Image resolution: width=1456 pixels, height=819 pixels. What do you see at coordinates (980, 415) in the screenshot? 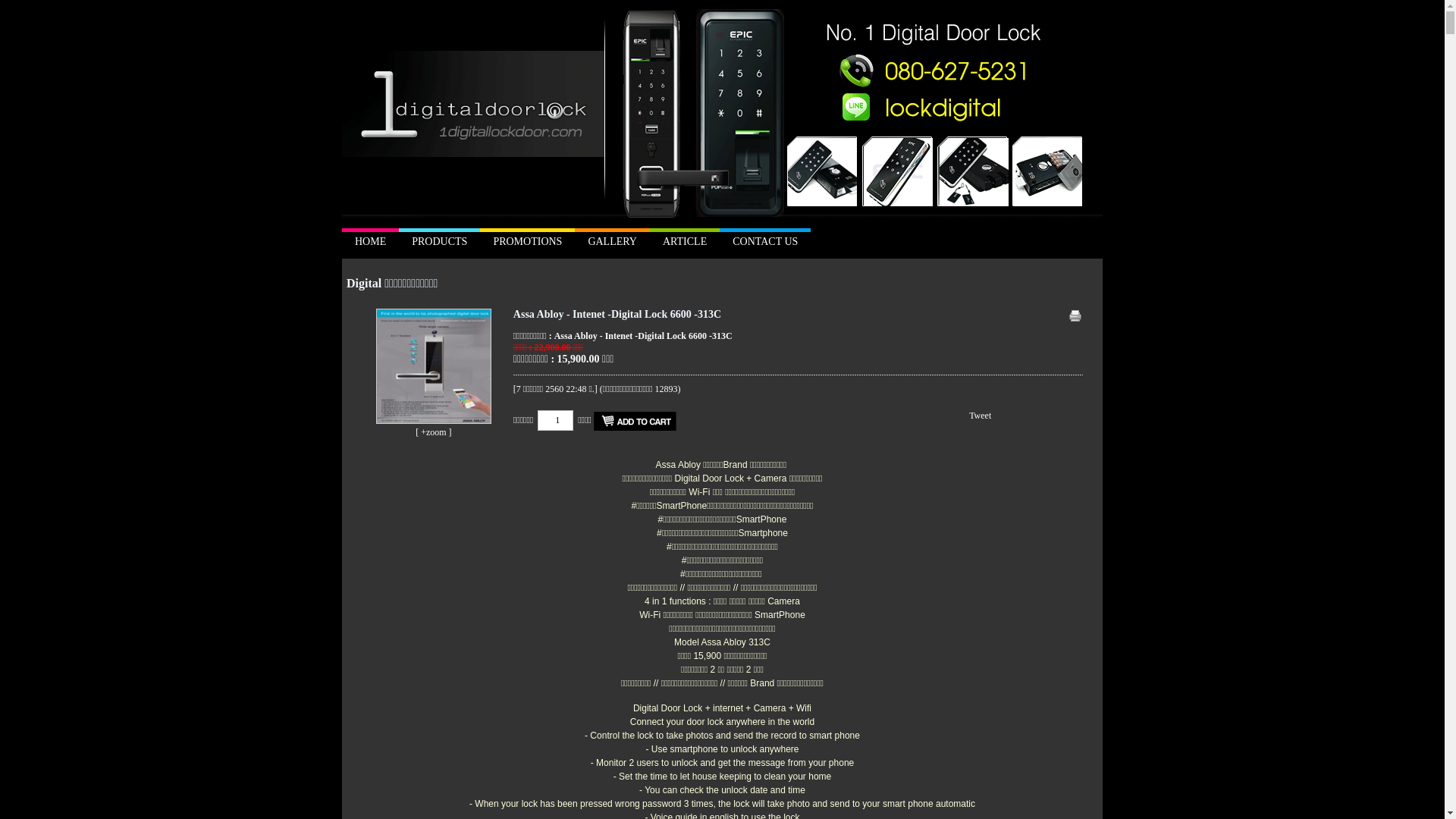
I see `'Tweet'` at bounding box center [980, 415].